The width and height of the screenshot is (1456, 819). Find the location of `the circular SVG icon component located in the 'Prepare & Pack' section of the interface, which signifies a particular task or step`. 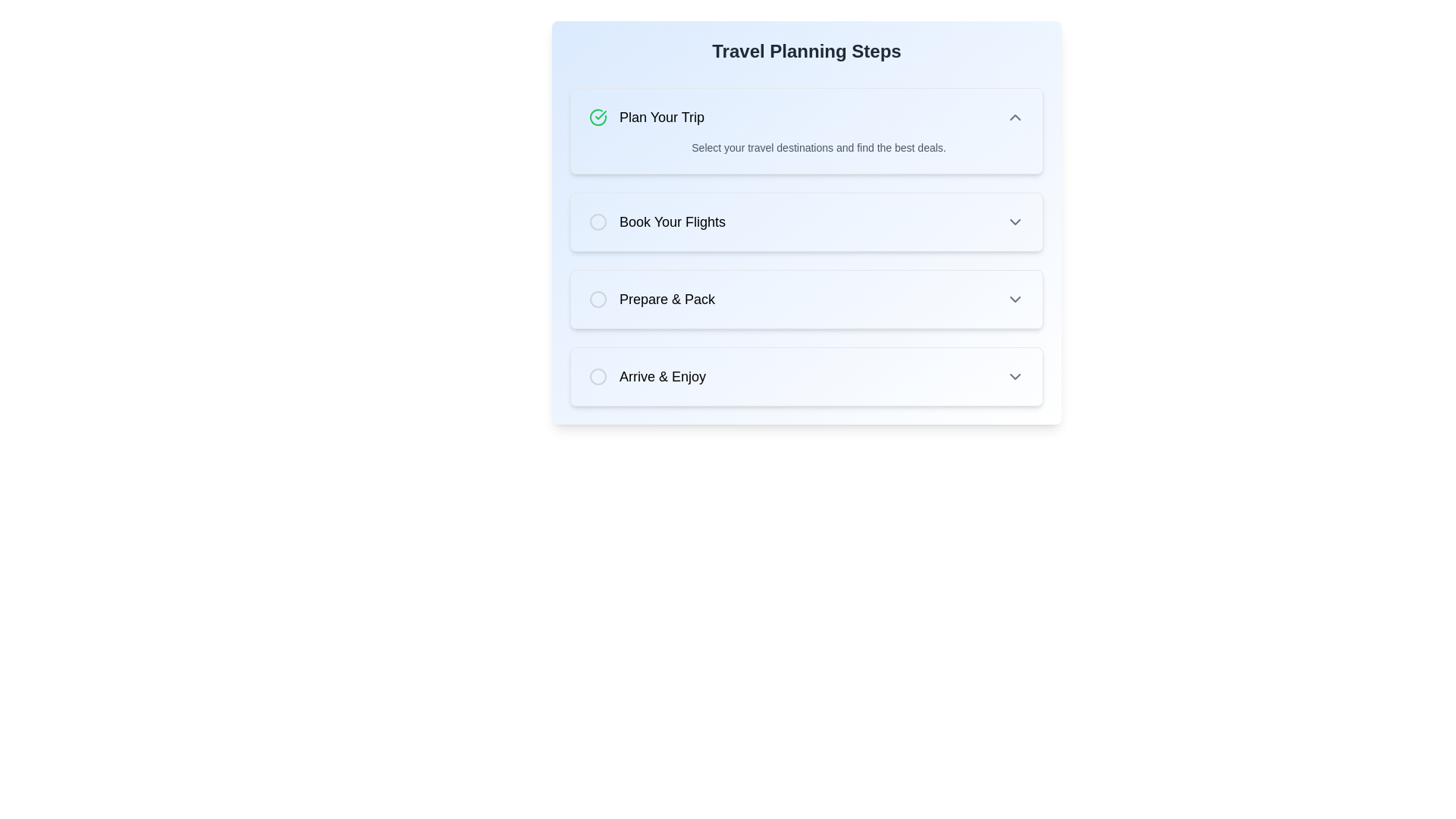

the circular SVG icon component located in the 'Prepare & Pack' section of the interface, which signifies a particular task or step is located at coordinates (597, 299).